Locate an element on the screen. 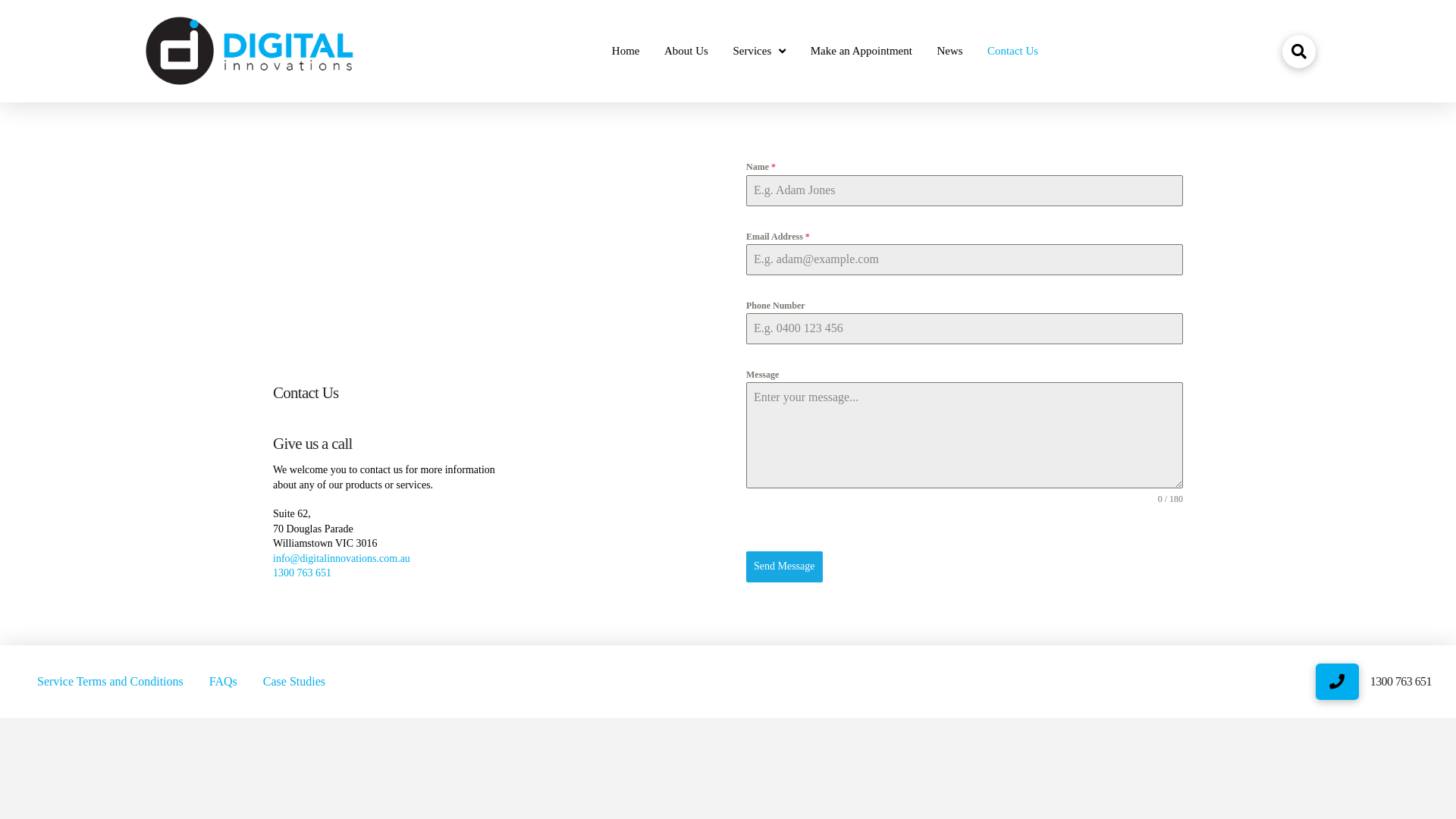 Image resolution: width=1456 pixels, height=819 pixels. 'News' is located at coordinates (949, 51).